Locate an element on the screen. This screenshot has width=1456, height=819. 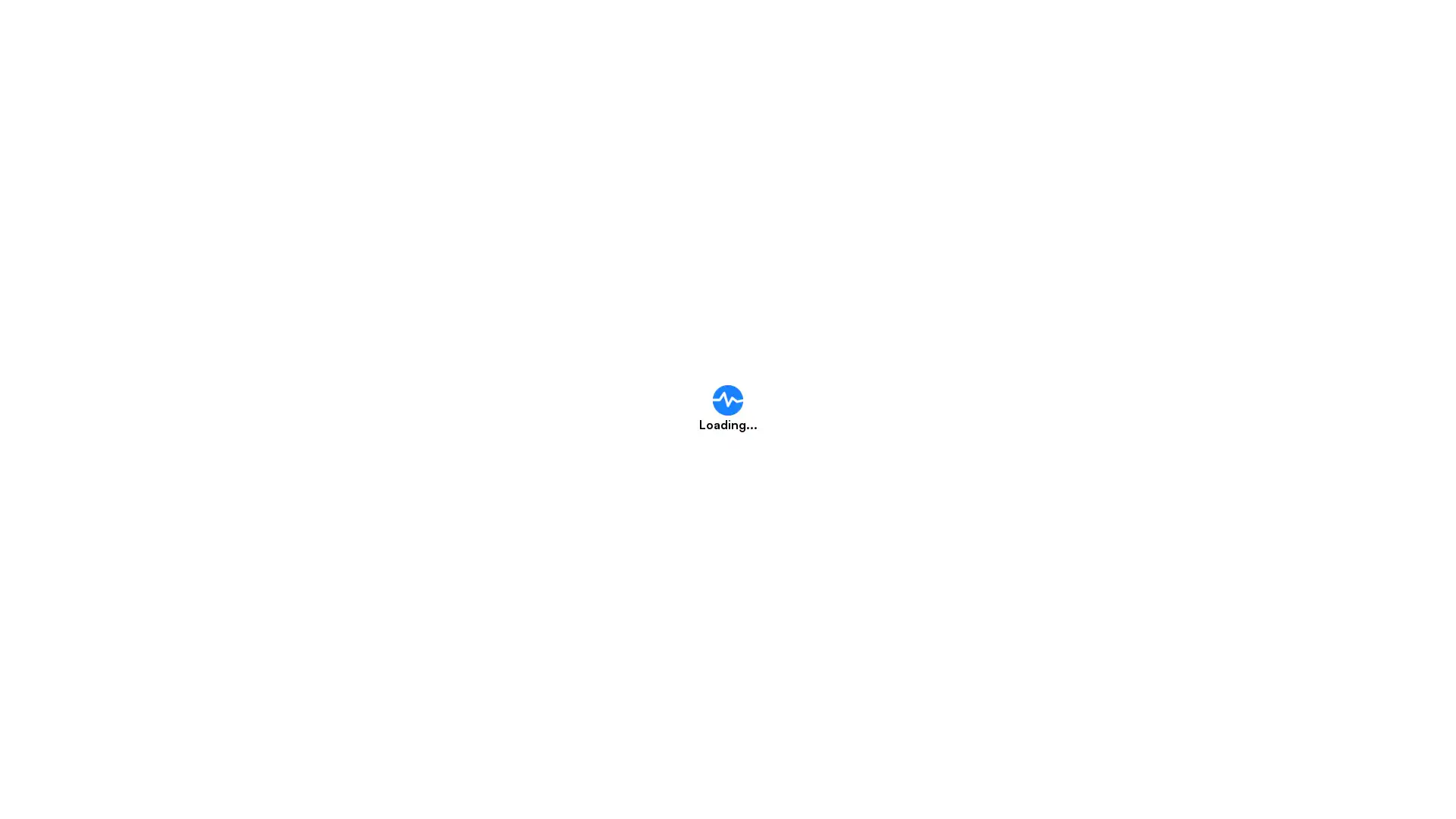
For Business is located at coordinates (1032, 30).